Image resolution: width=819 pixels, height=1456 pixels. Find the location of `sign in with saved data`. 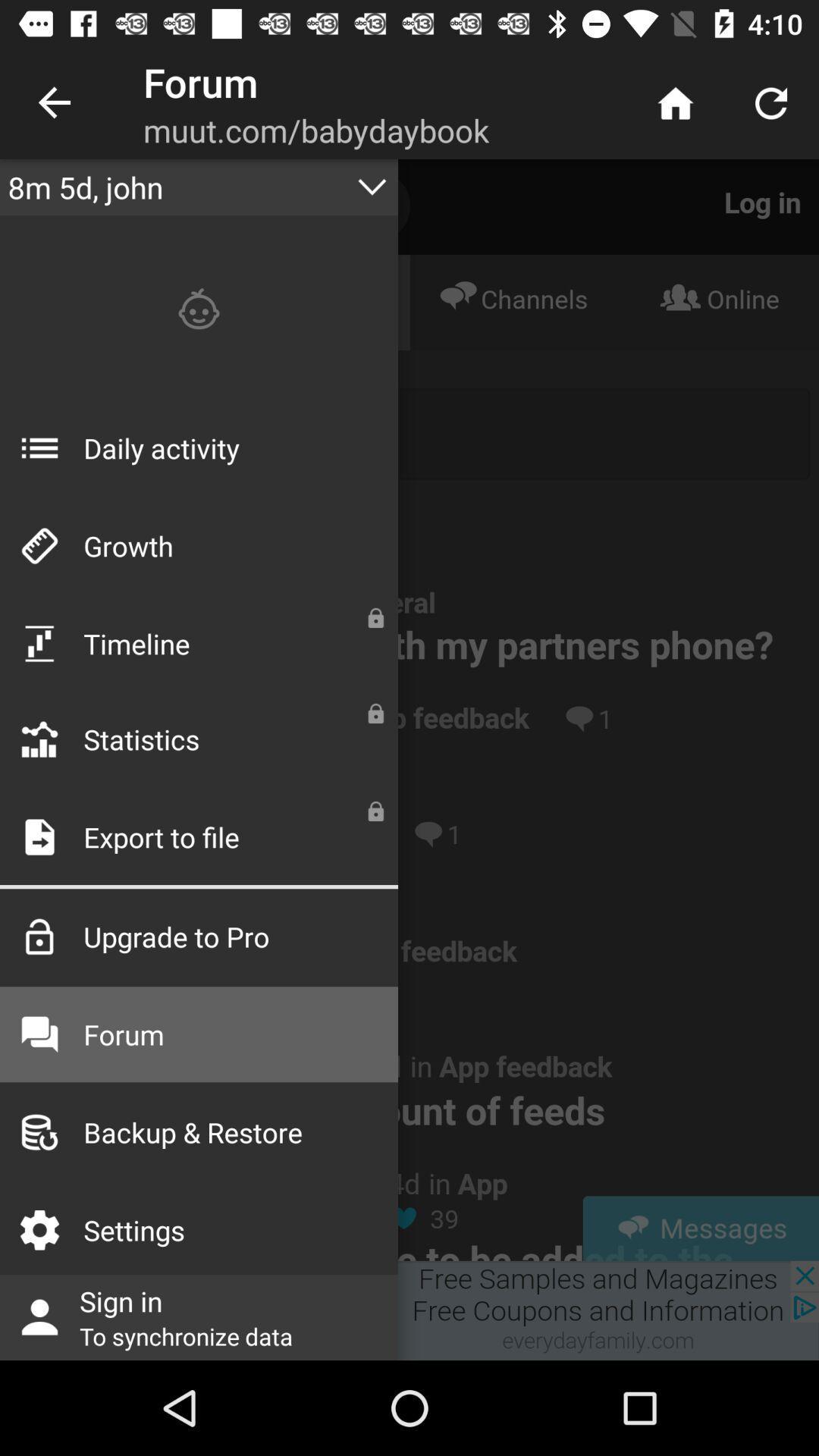

sign in with saved data is located at coordinates (409, 1310).